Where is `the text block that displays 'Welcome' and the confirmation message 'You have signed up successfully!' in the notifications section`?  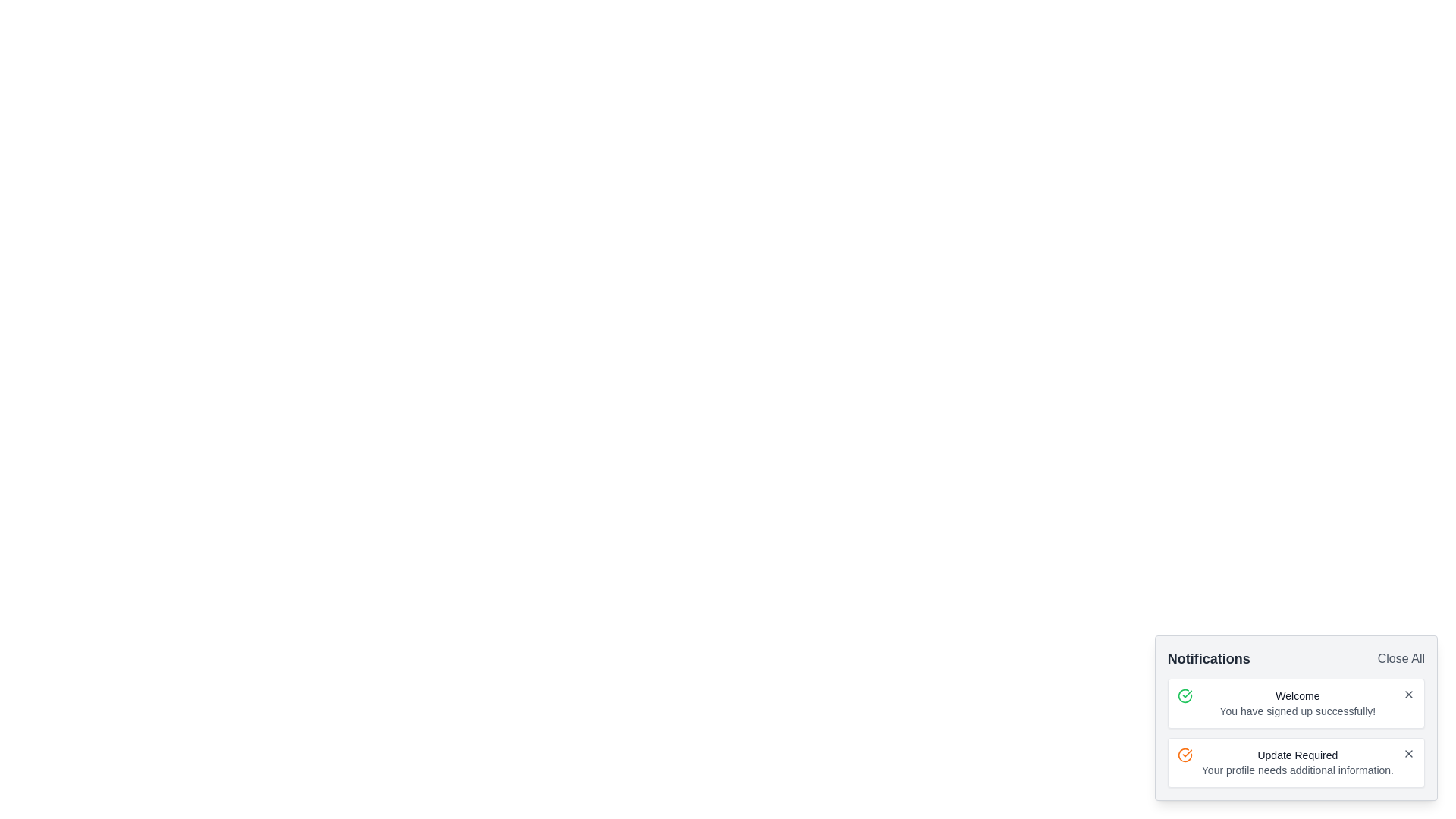 the text block that displays 'Welcome' and the confirmation message 'You have signed up successfully!' in the notifications section is located at coordinates (1297, 704).